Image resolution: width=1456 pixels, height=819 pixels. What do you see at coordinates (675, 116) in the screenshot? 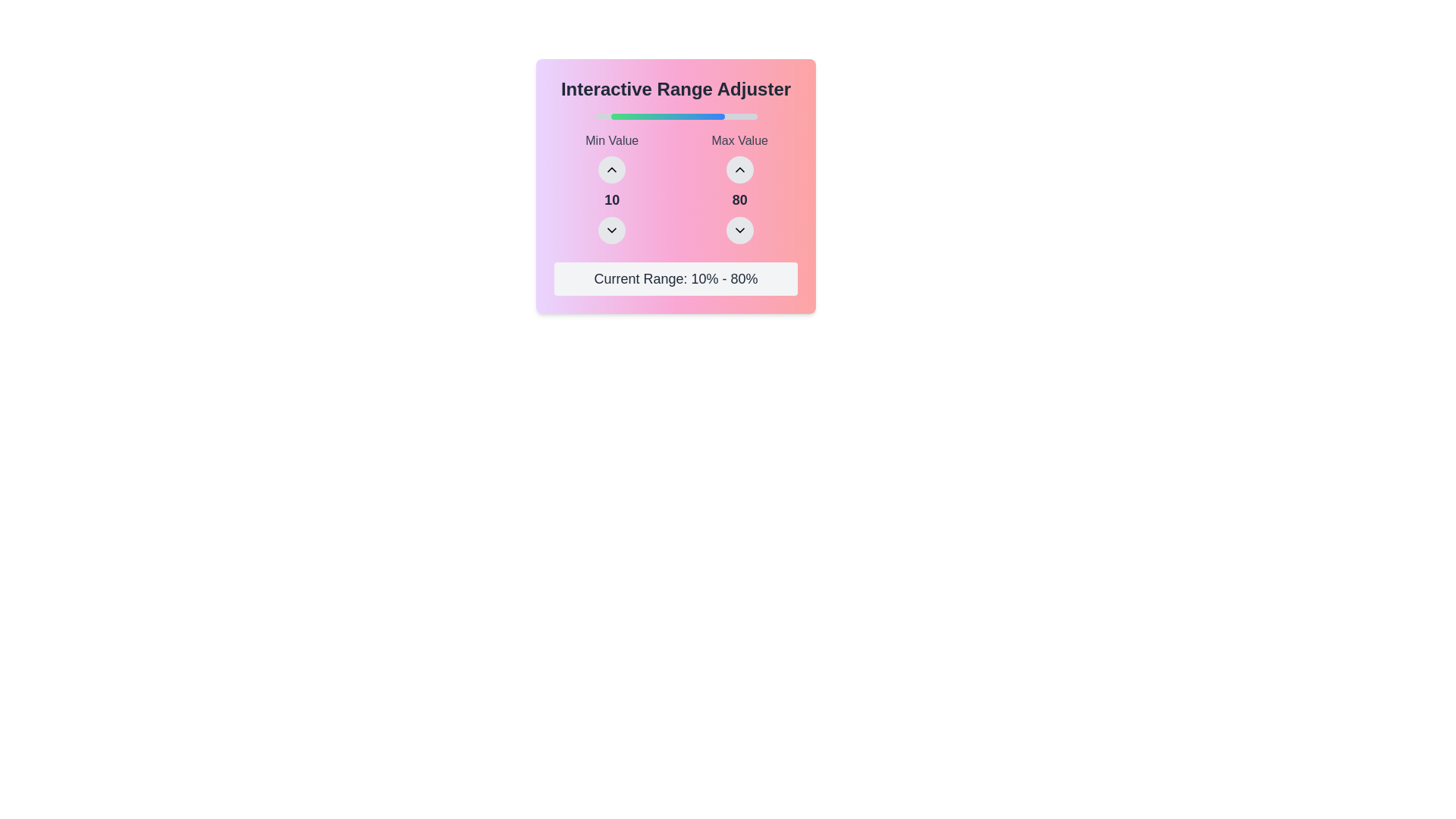
I see `the displayed range on the progress bar located centrally within the 'Interactive Range Adjuster' UI component, positioned directly below the title and above the 'Min Value' and 'Max Value' labels` at bounding box center [675, 116].